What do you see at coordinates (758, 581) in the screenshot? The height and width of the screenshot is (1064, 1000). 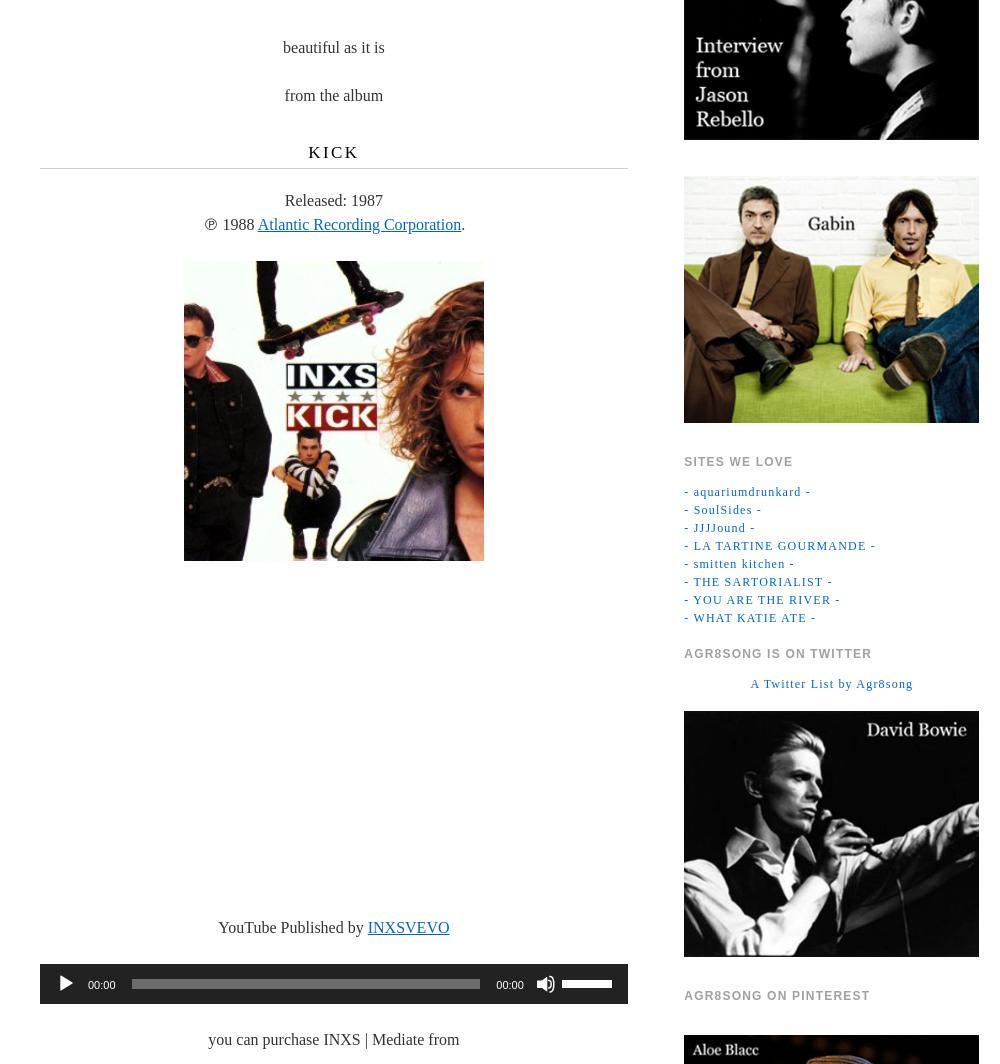 I see `'- THE SARTORIALIST -'` at bounding box center [758, 581].